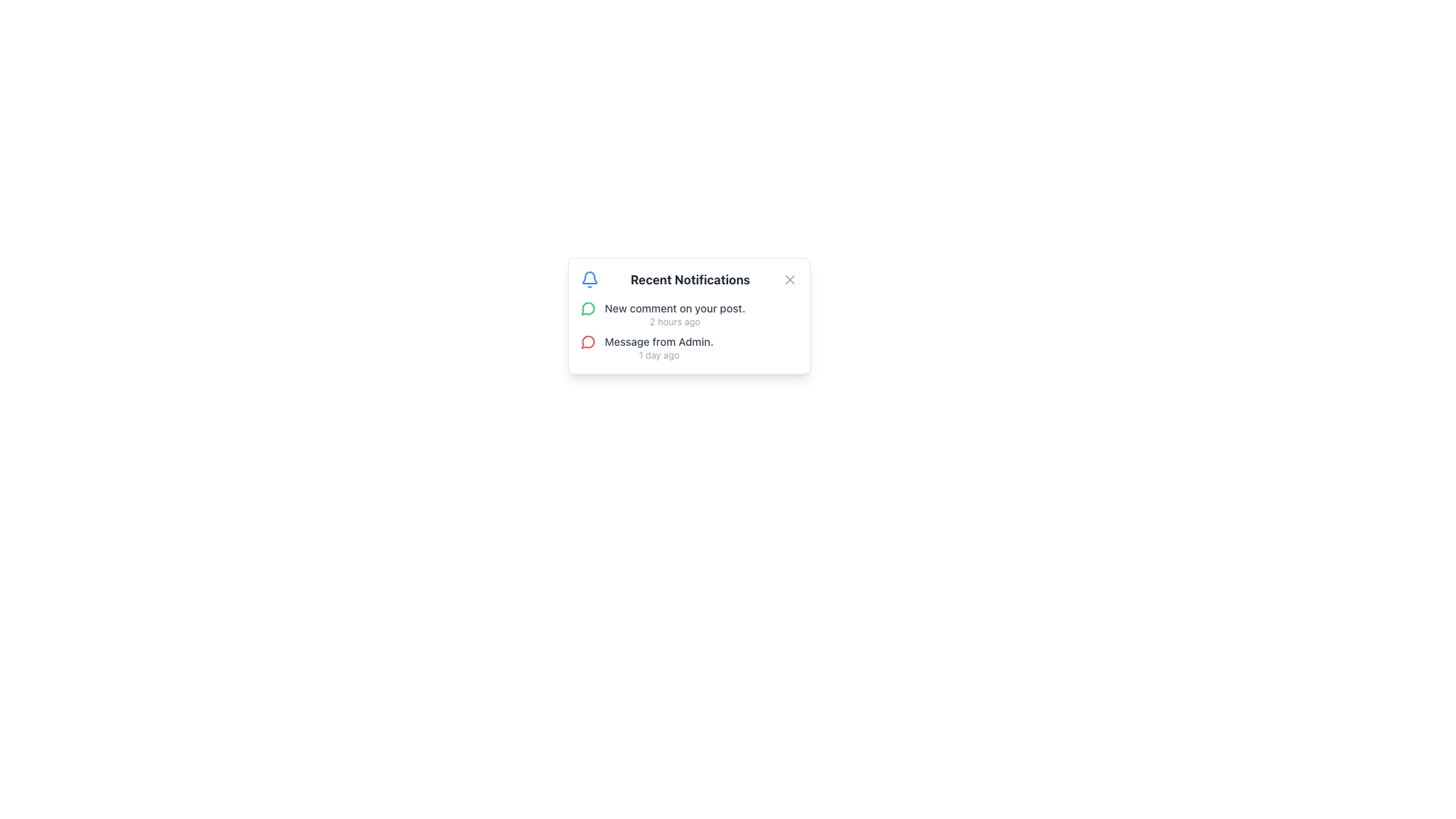 This screenshot has width=1456, height=819. Describe the element at coordinates (688, 314) in the screenshot. I see `the first notification item, which contains a green speech bubble icon and text 'New comment on your post.'` at that location.